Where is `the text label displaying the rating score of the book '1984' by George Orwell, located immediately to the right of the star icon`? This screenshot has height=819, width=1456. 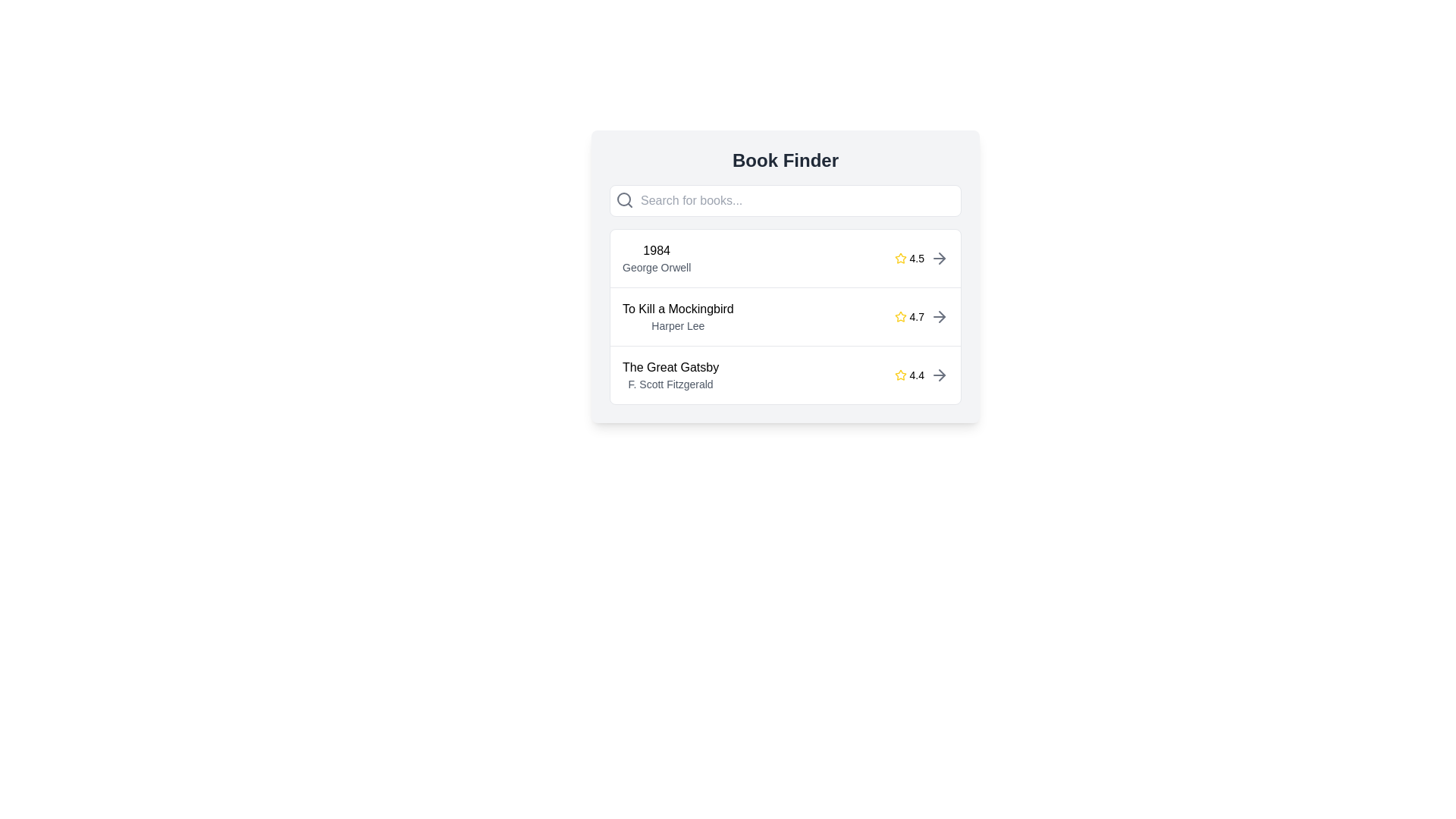
the text label displaying the rating score of the book '1984' by George Orwell, located immediately to the right of the star icon is located at coordinates (916, 257).